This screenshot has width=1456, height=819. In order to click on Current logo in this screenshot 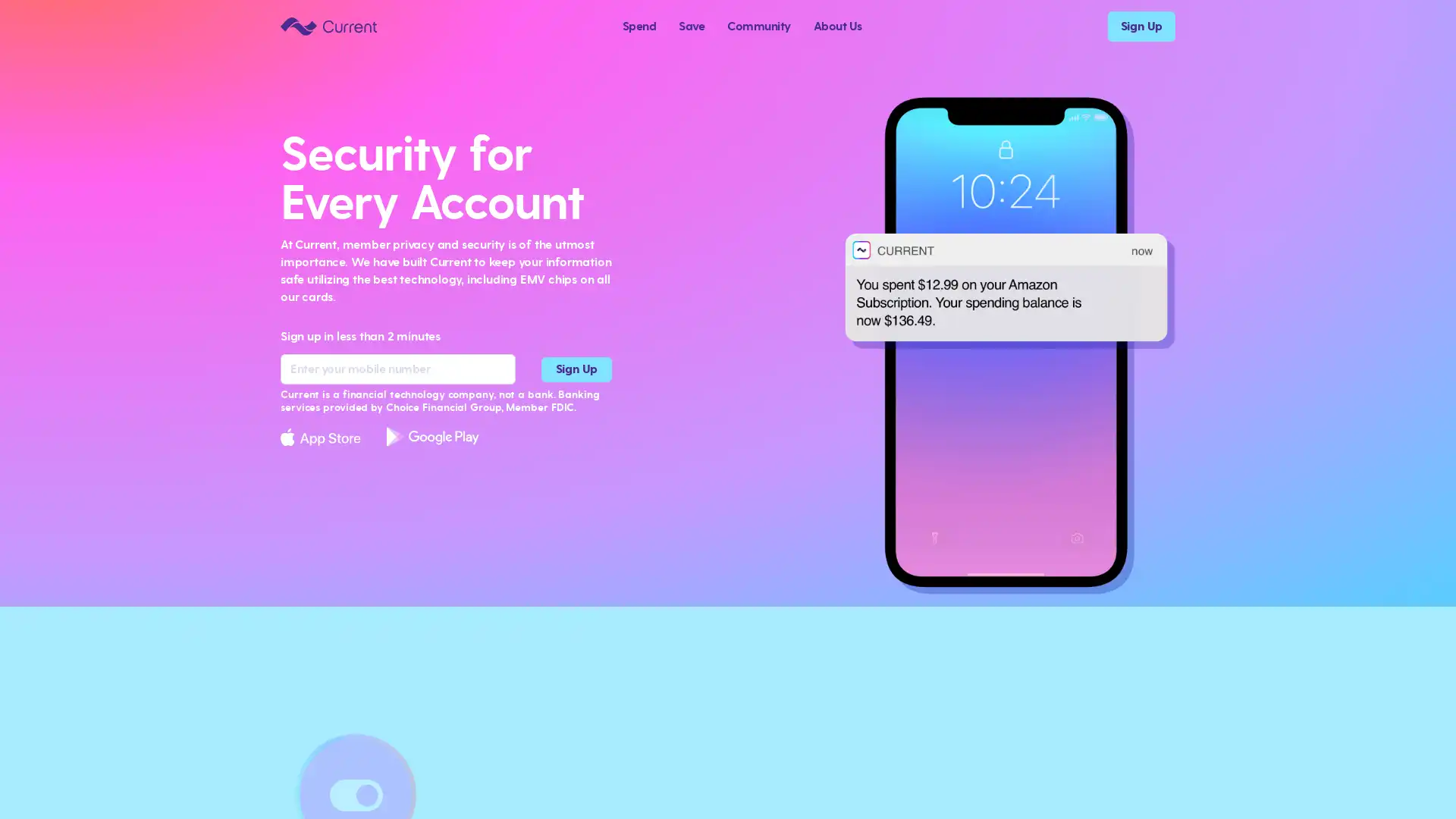, I will do `click(328, 25)`.